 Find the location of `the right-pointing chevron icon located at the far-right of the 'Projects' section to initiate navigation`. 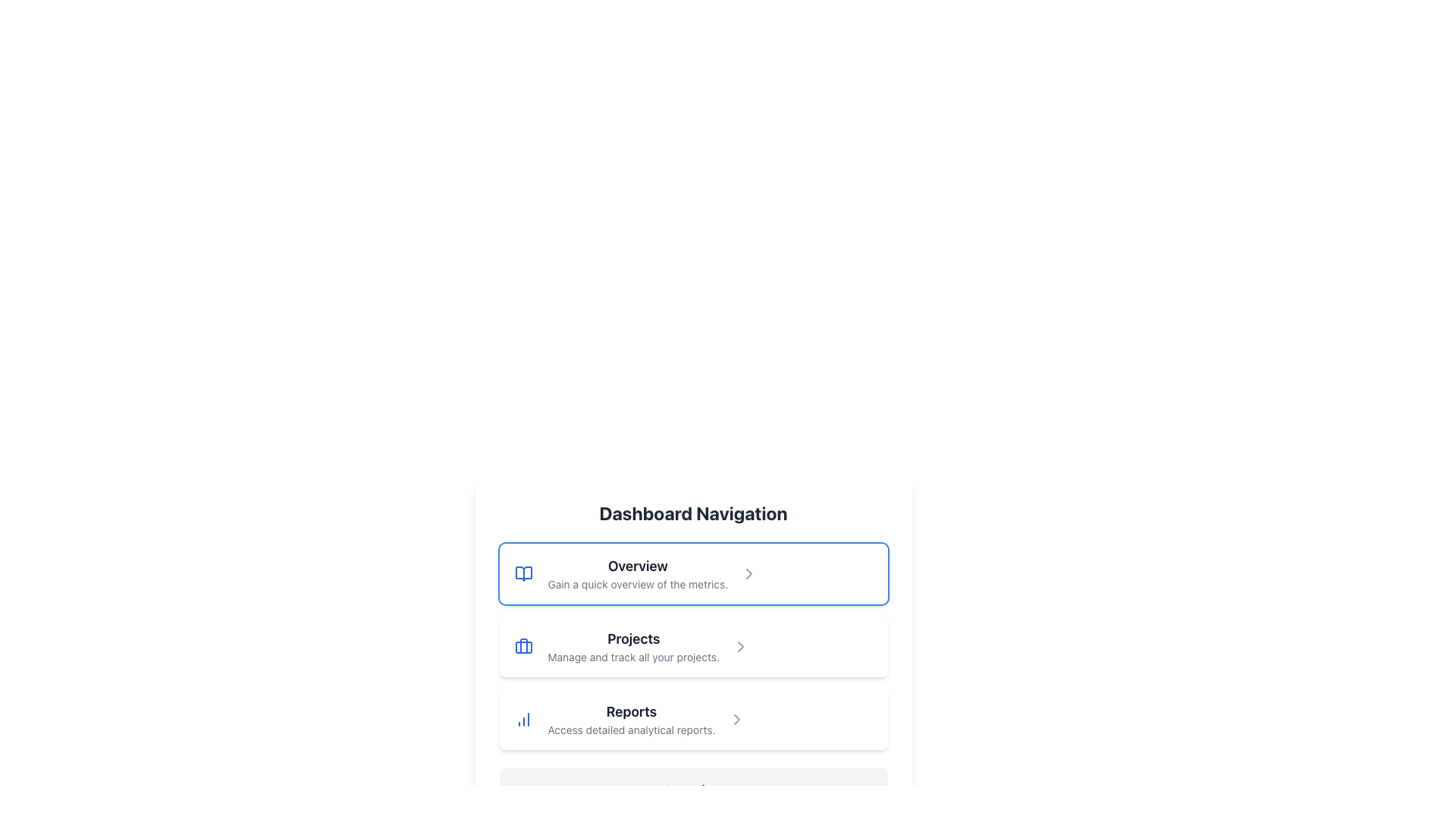

the right-pointing chevron icon located at the far-right of the 'Projects' section to initiate navigation is located at coordinates (741, 646).